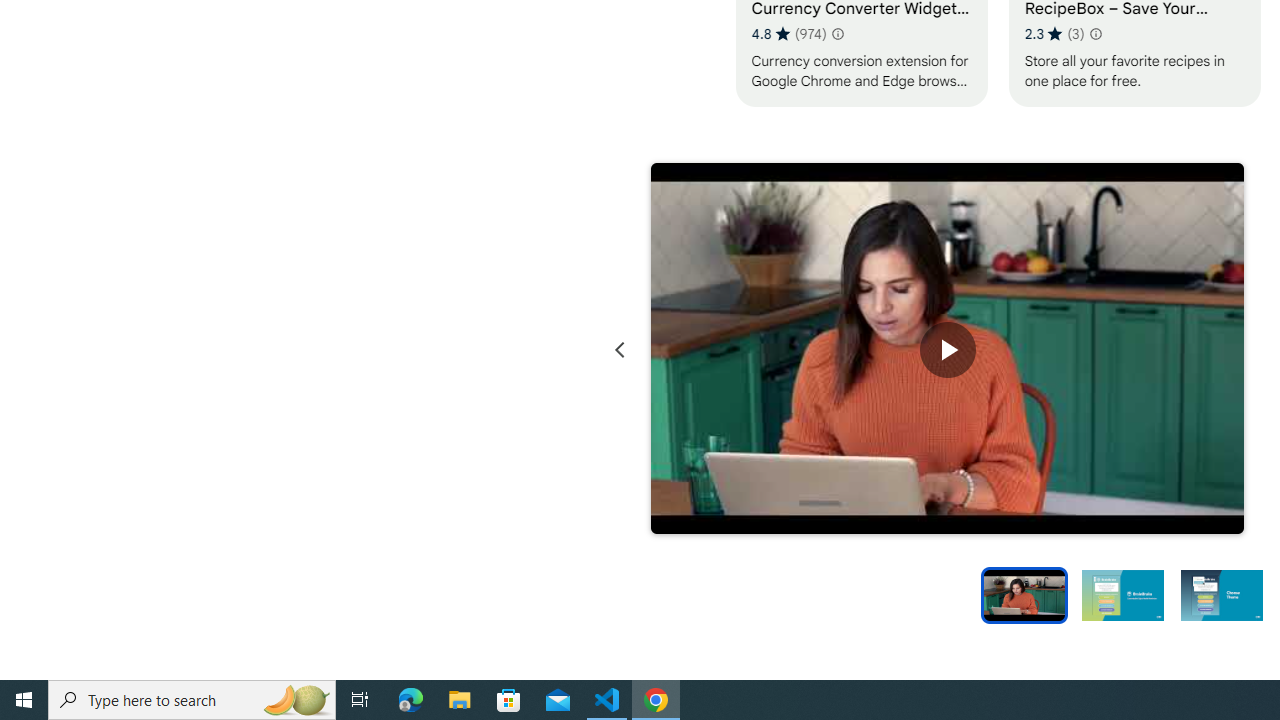 This screenshot has height=720, width=1280. I want to click on 'Item video thumbnail', so click(1024, 593).